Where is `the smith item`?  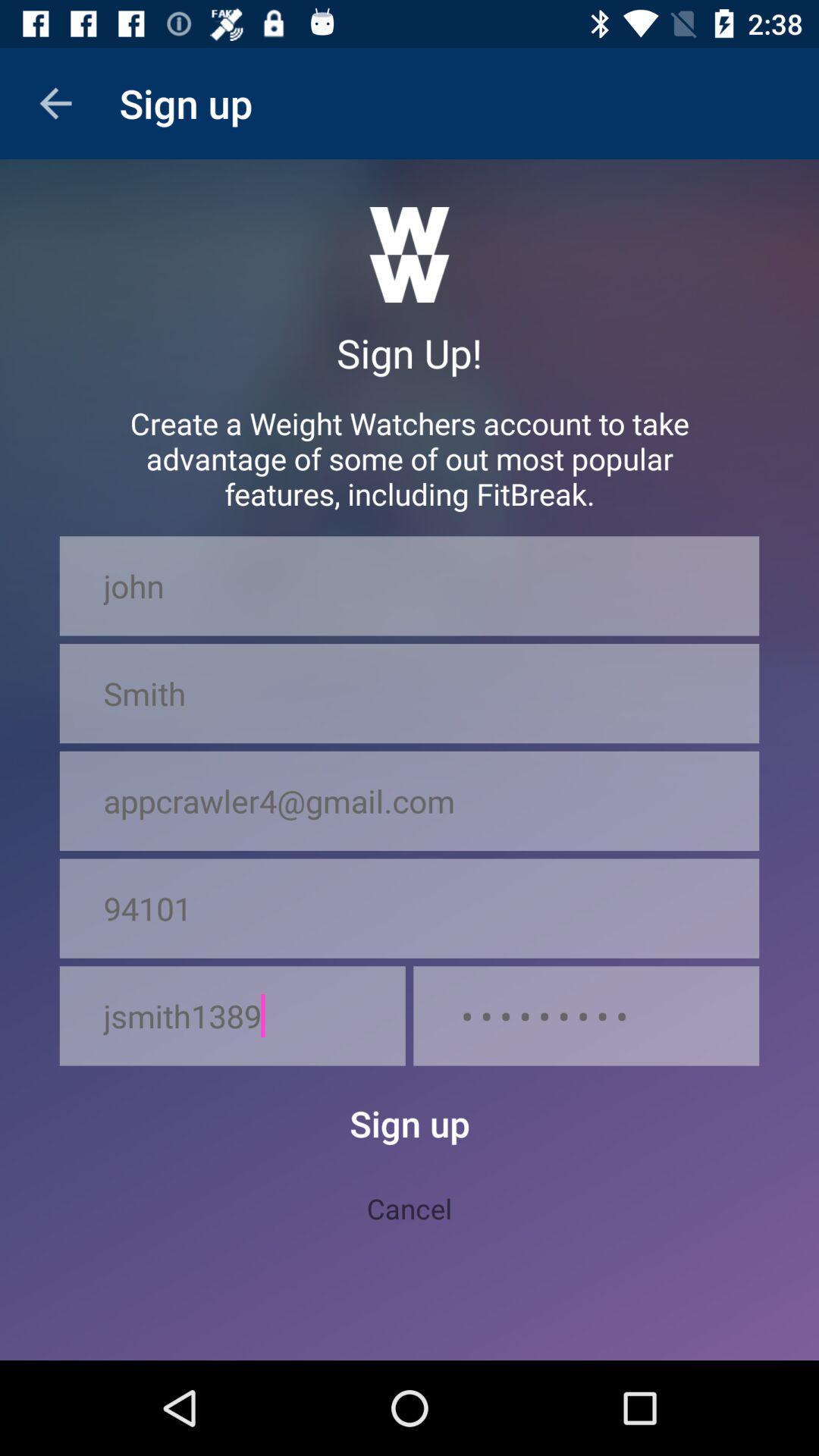
the smith item is located at coordinates (409, 692).